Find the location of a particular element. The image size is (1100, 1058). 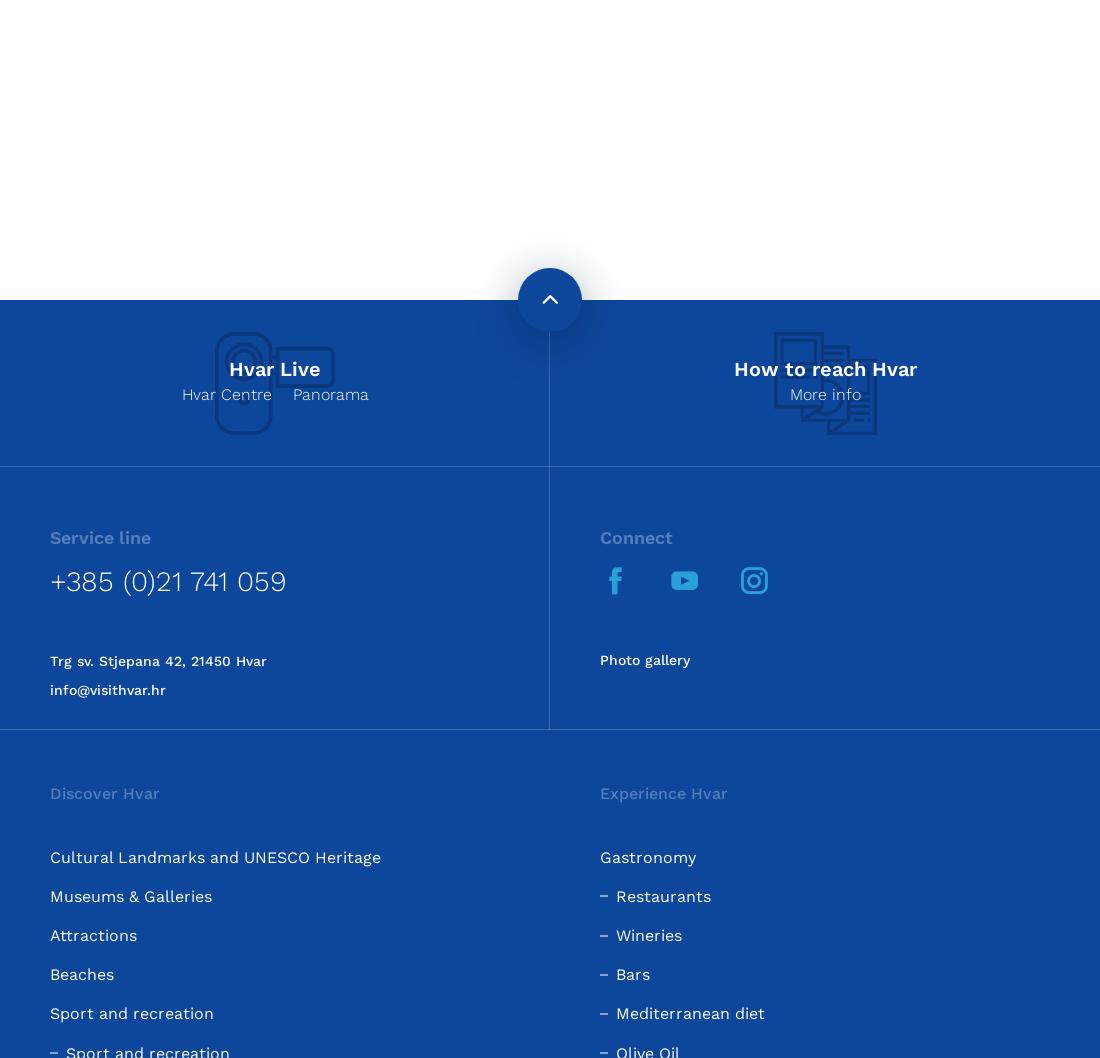

'Connect' is located at coordinates (636, 537).